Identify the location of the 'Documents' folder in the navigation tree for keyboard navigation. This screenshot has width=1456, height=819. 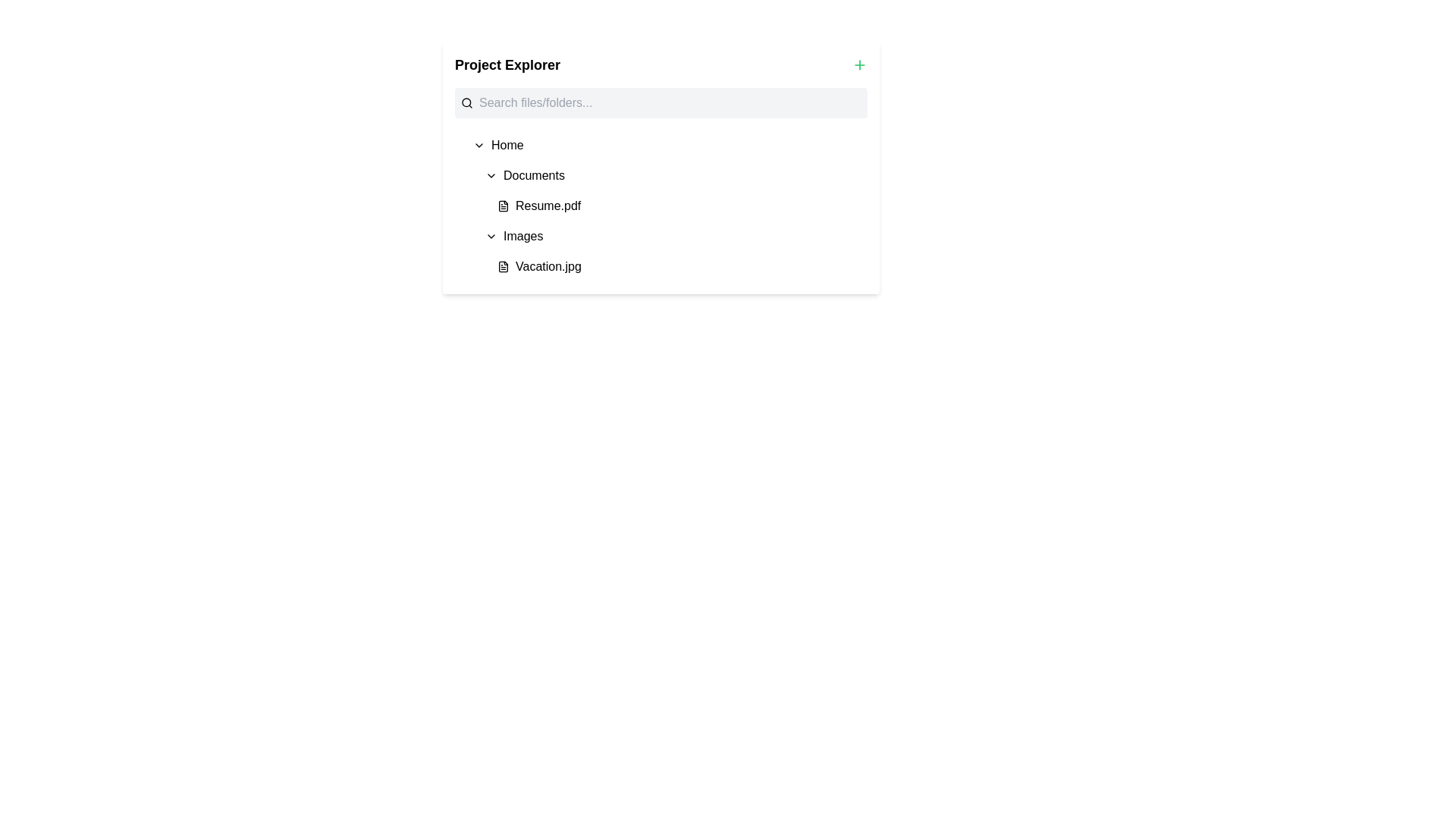
(673, 174).